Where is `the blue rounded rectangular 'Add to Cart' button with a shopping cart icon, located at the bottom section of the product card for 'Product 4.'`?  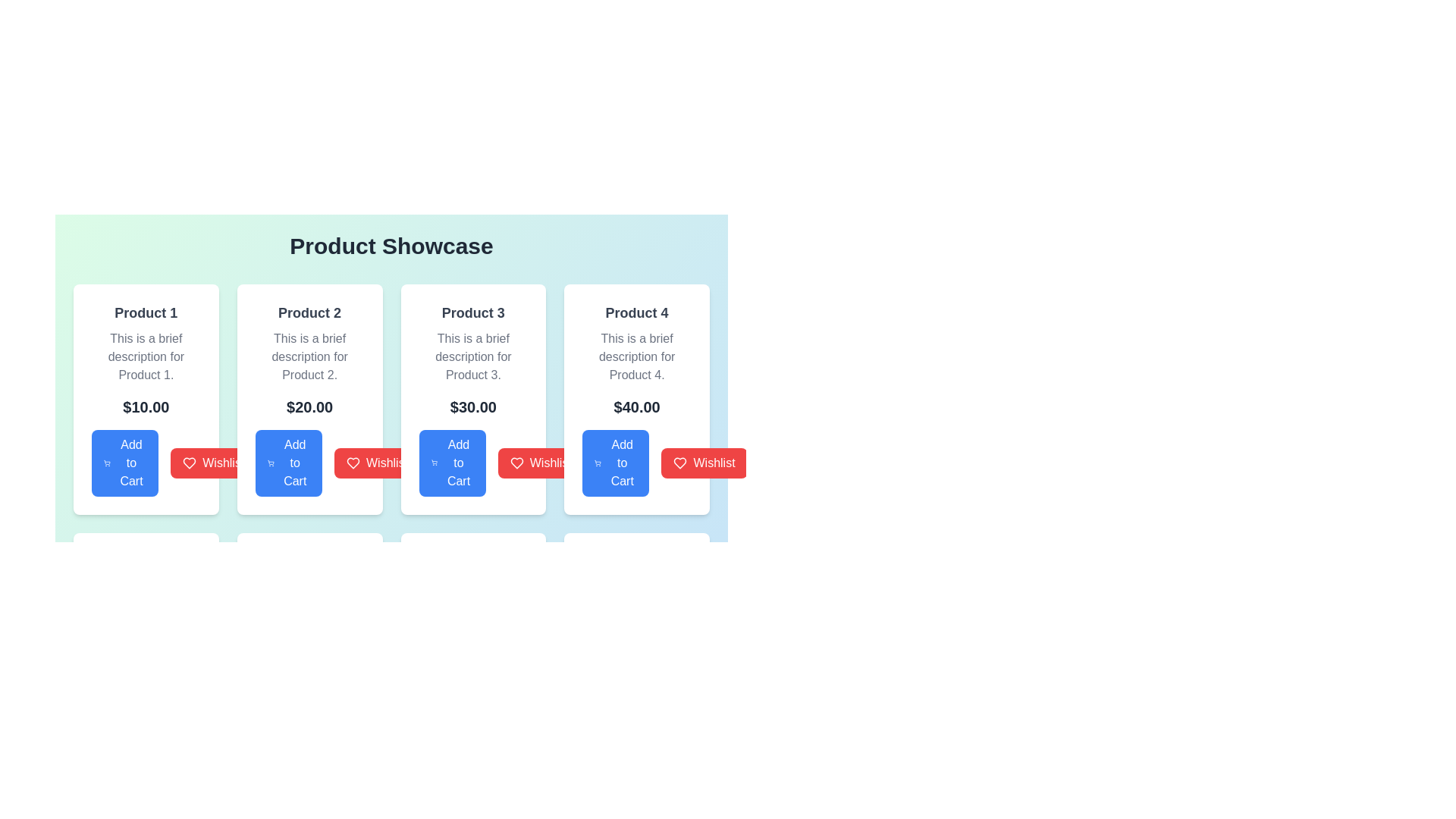 the blue rounded rectangular 'Add to Cart' button with a shopping cart icon, located at the bottom section of the product card for 'Product 4.' is located at coordinates (616, 462).